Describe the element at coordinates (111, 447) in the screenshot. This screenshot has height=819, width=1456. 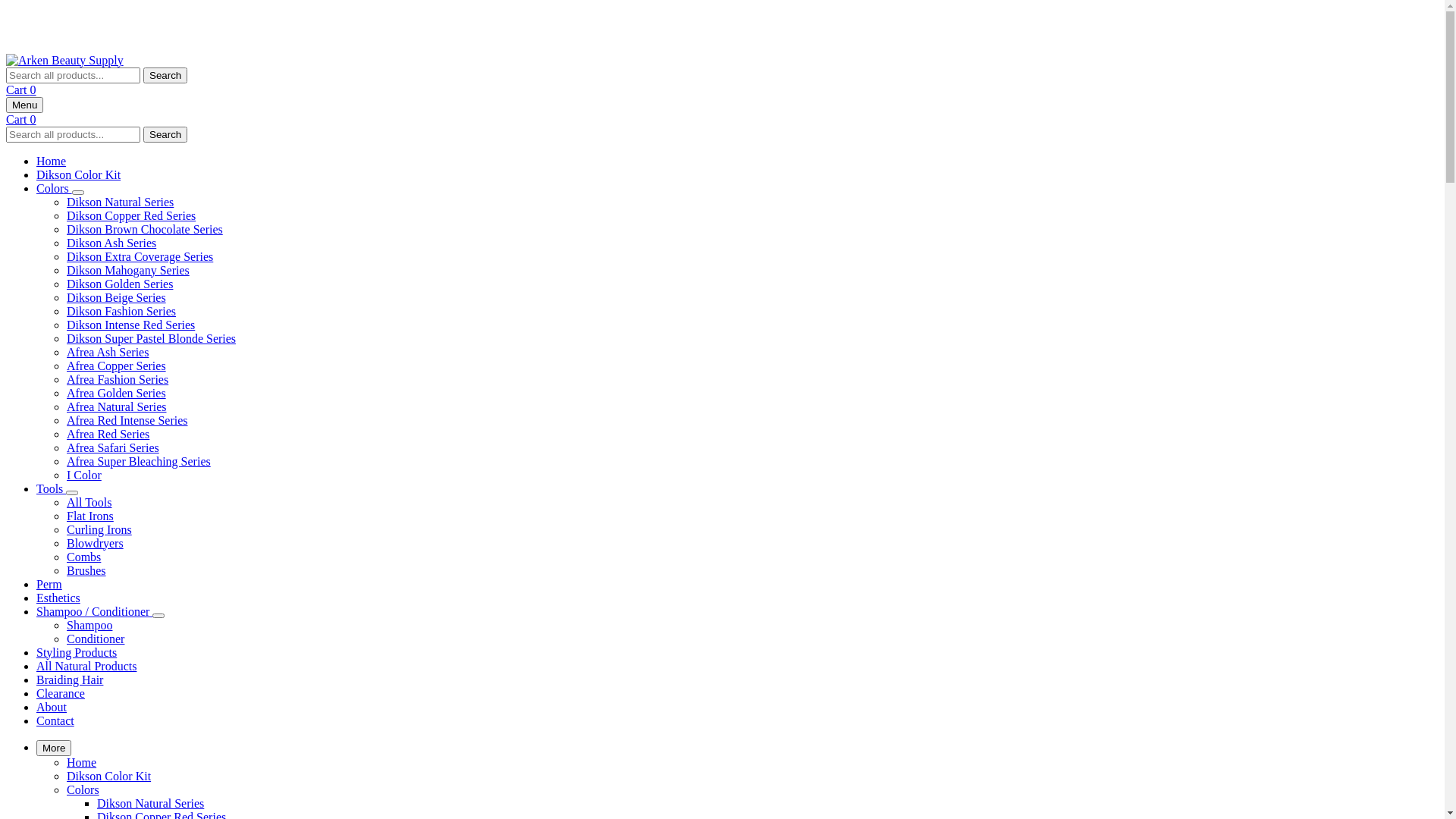
I see `'Afrea Safari Series'` at that location.